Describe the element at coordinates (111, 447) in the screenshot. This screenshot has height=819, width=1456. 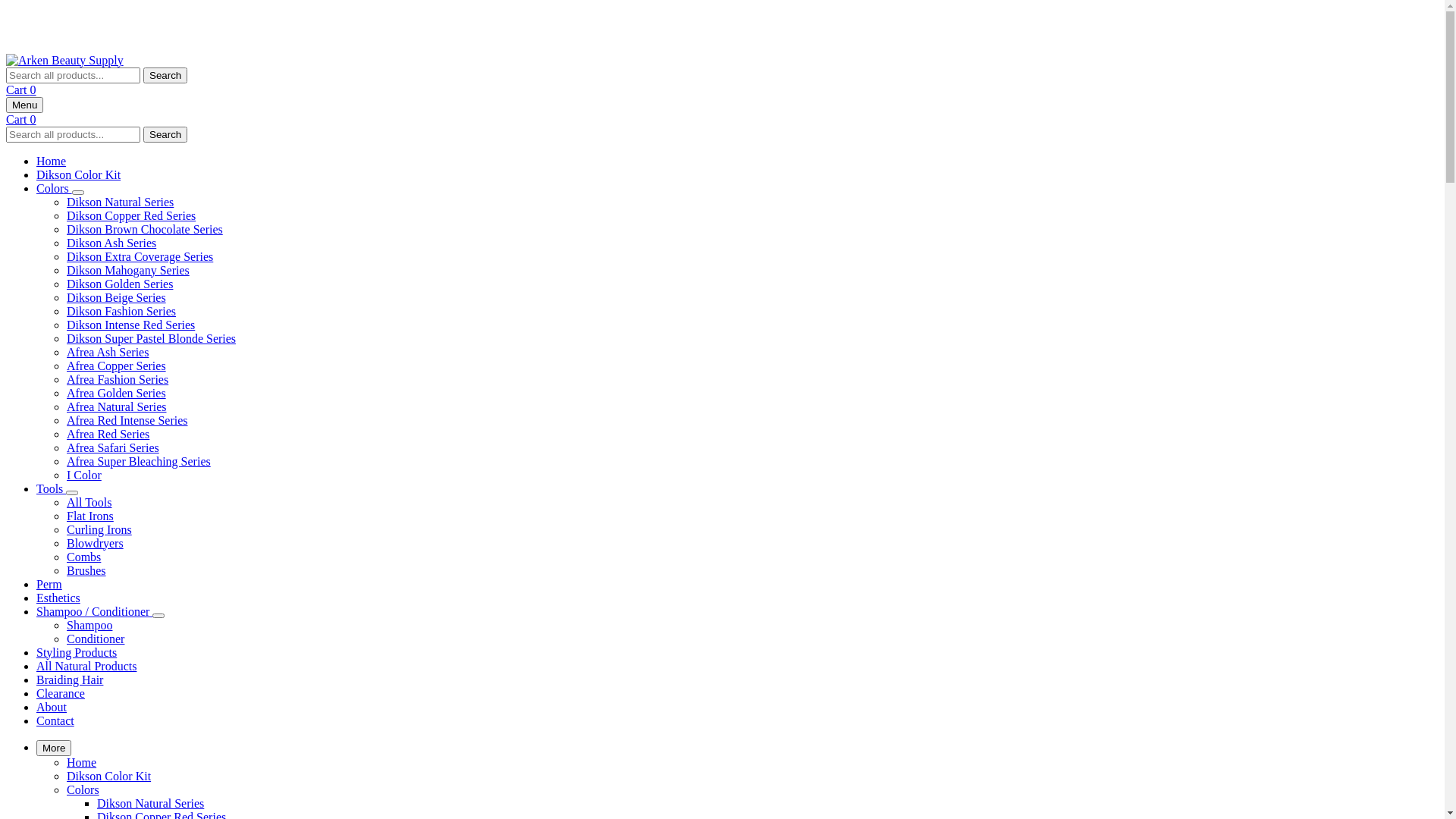
I see `'Afrea Safari Series'` at that location.